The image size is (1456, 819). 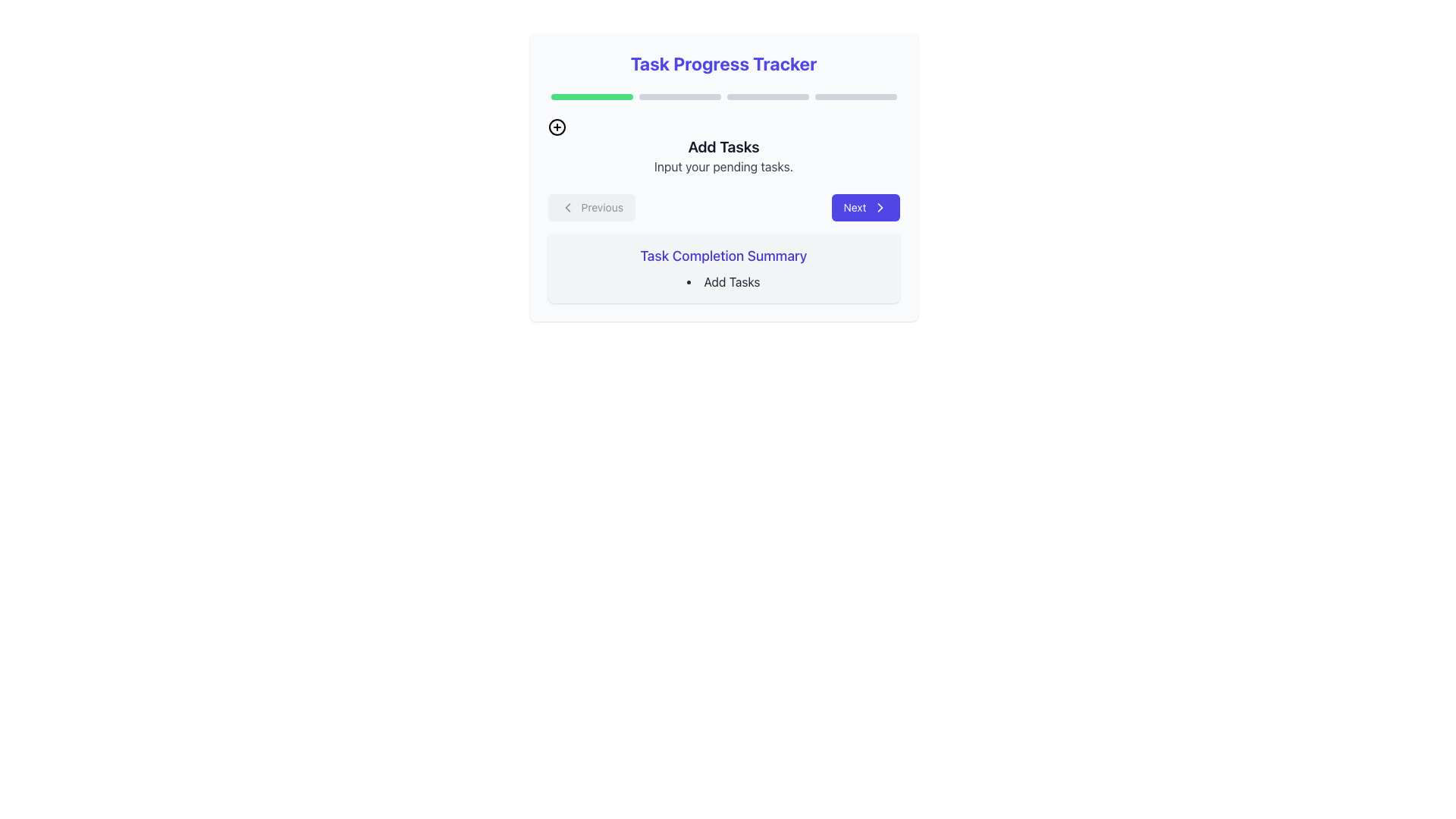 I want to click on the 'Next' button, which contains the chevron icon indicating navigation to the next step or page, located below the central text area, so click(x=880, y=207).